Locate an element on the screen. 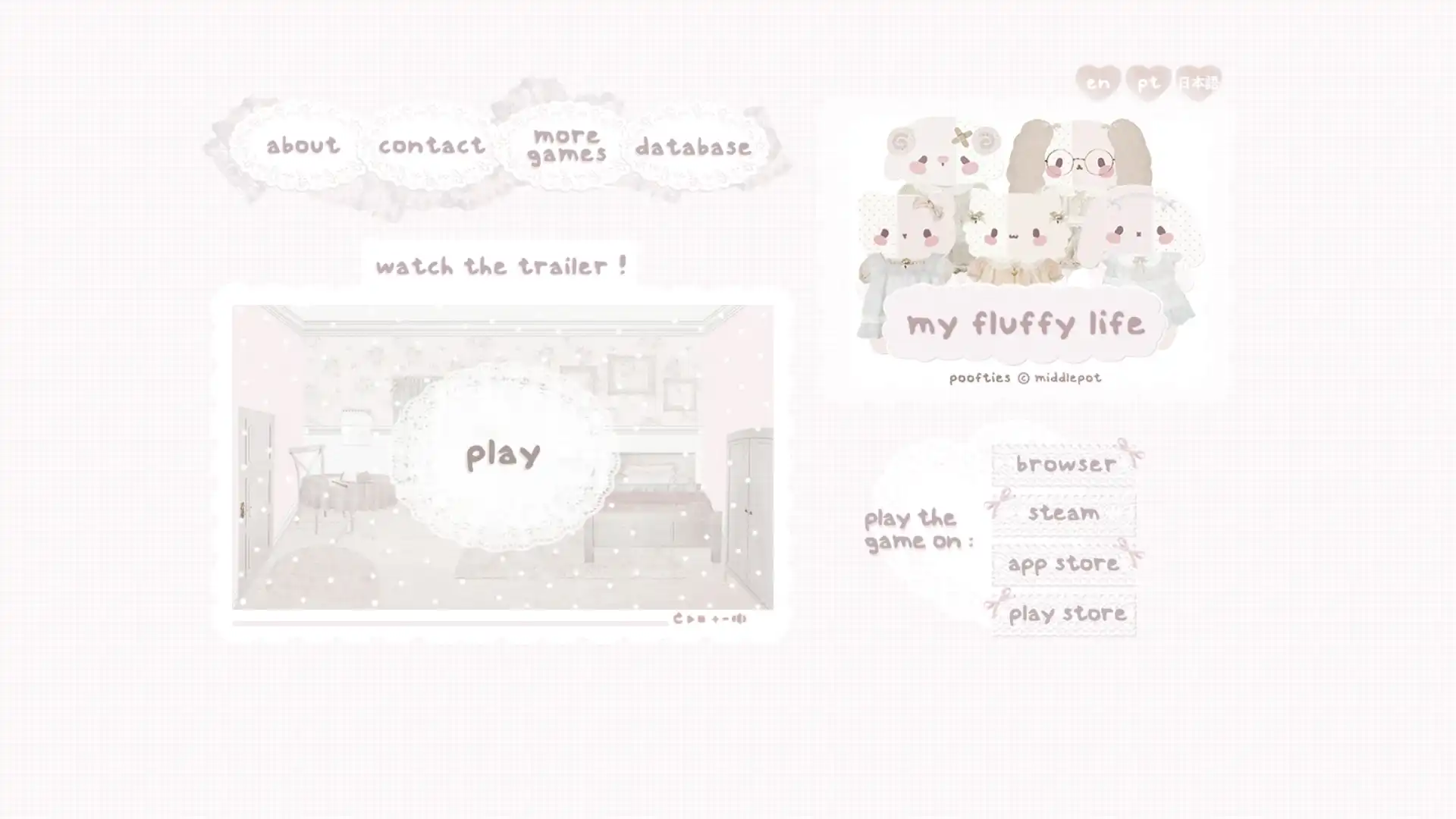  stop is located at coordinates (585, 513).